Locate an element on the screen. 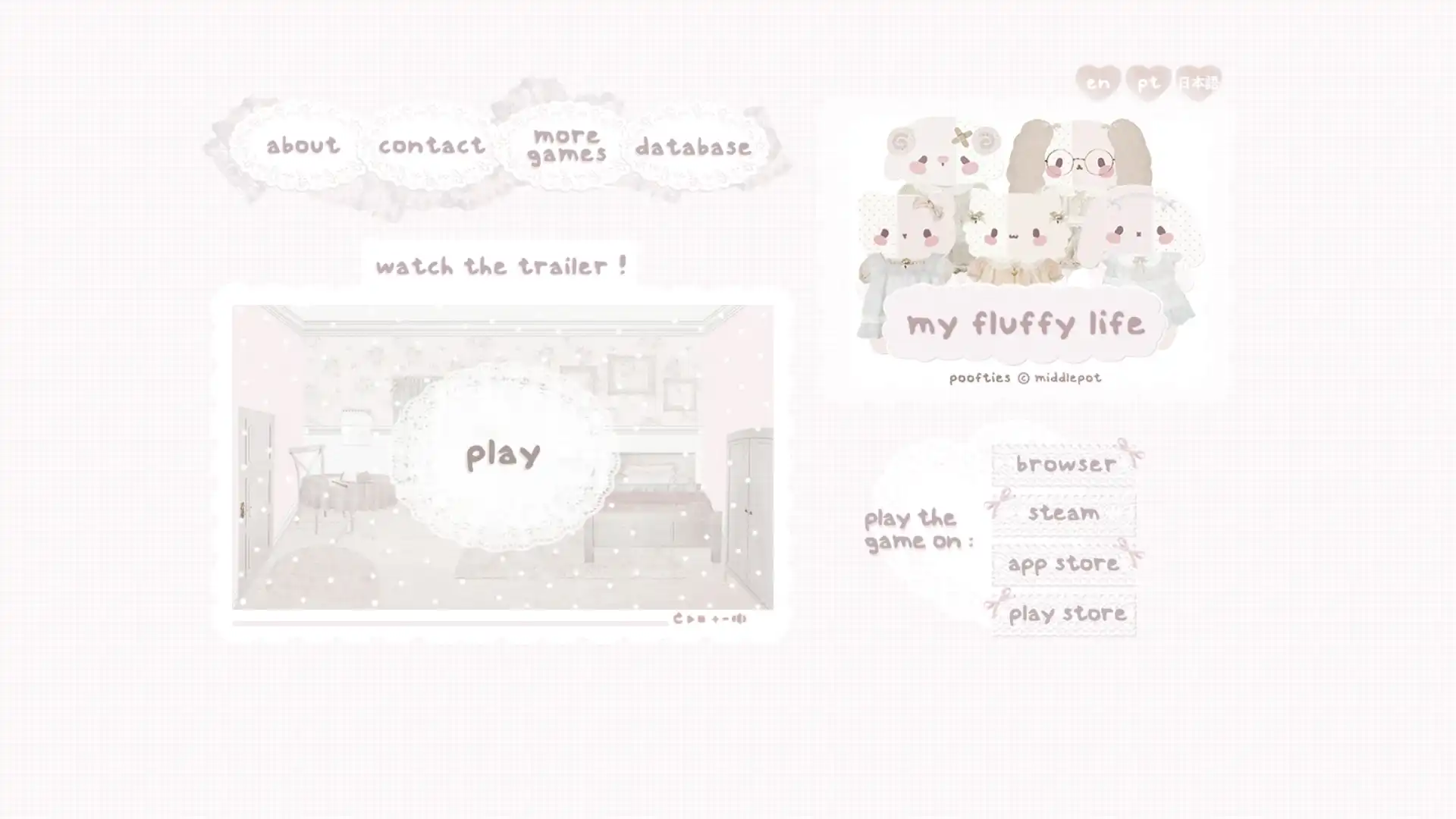  stop is located at coordinates (585, 513).